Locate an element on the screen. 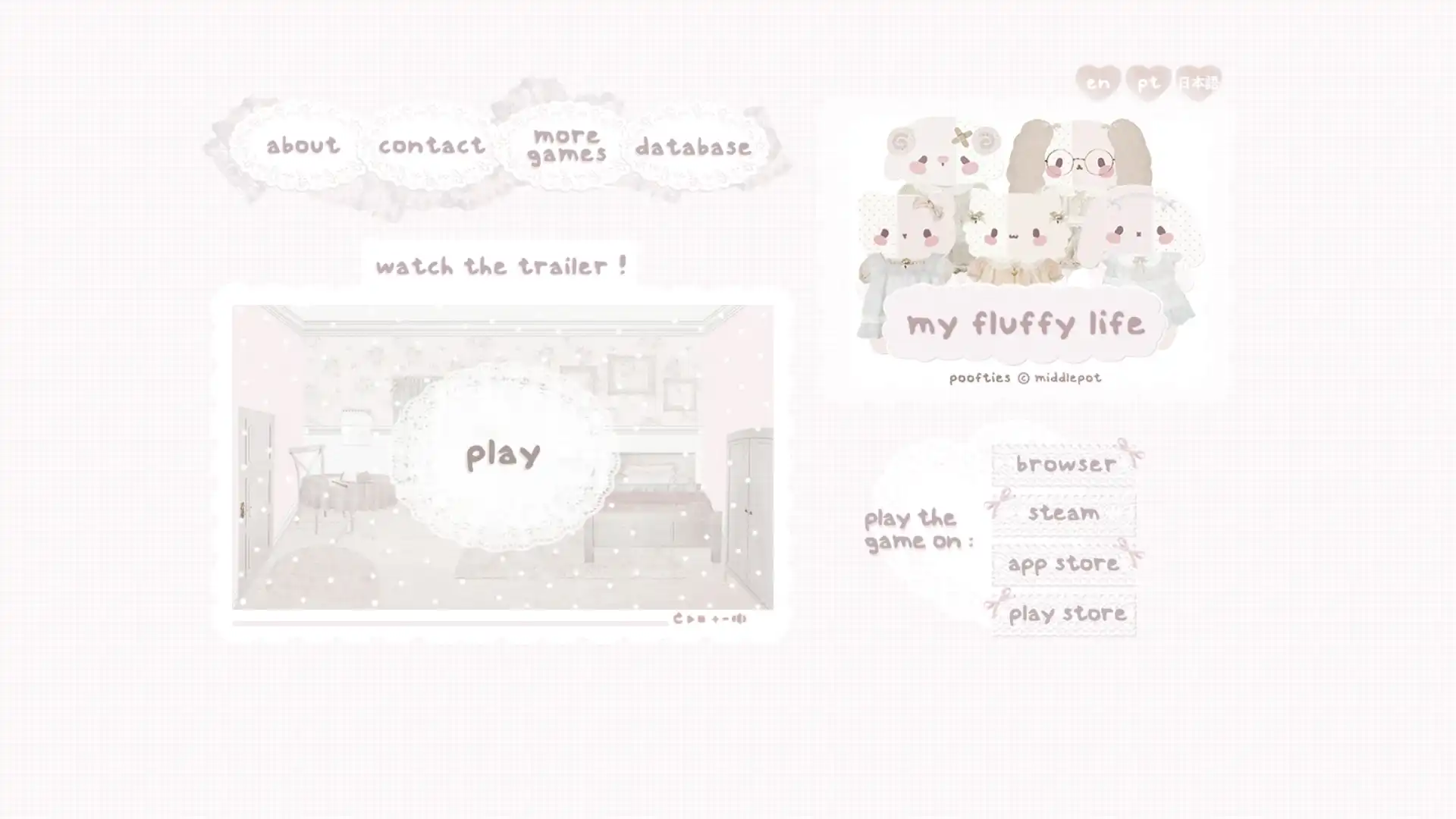  stop is located at coordinates (585, 513).